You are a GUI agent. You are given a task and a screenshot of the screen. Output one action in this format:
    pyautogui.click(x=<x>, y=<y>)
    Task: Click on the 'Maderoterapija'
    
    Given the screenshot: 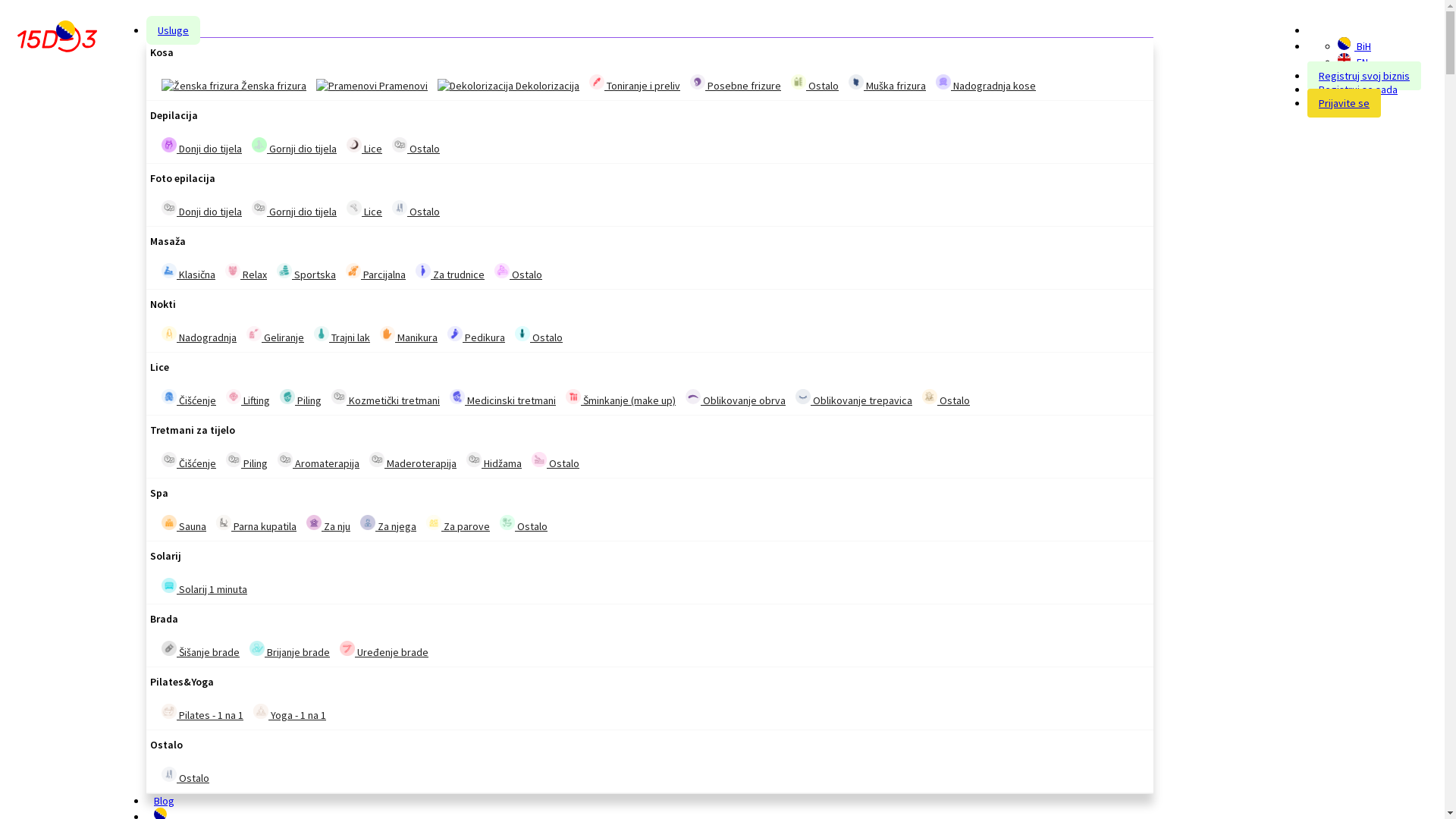 What is the action you would take?
    pyautogui.click(x=413, y=460)
    